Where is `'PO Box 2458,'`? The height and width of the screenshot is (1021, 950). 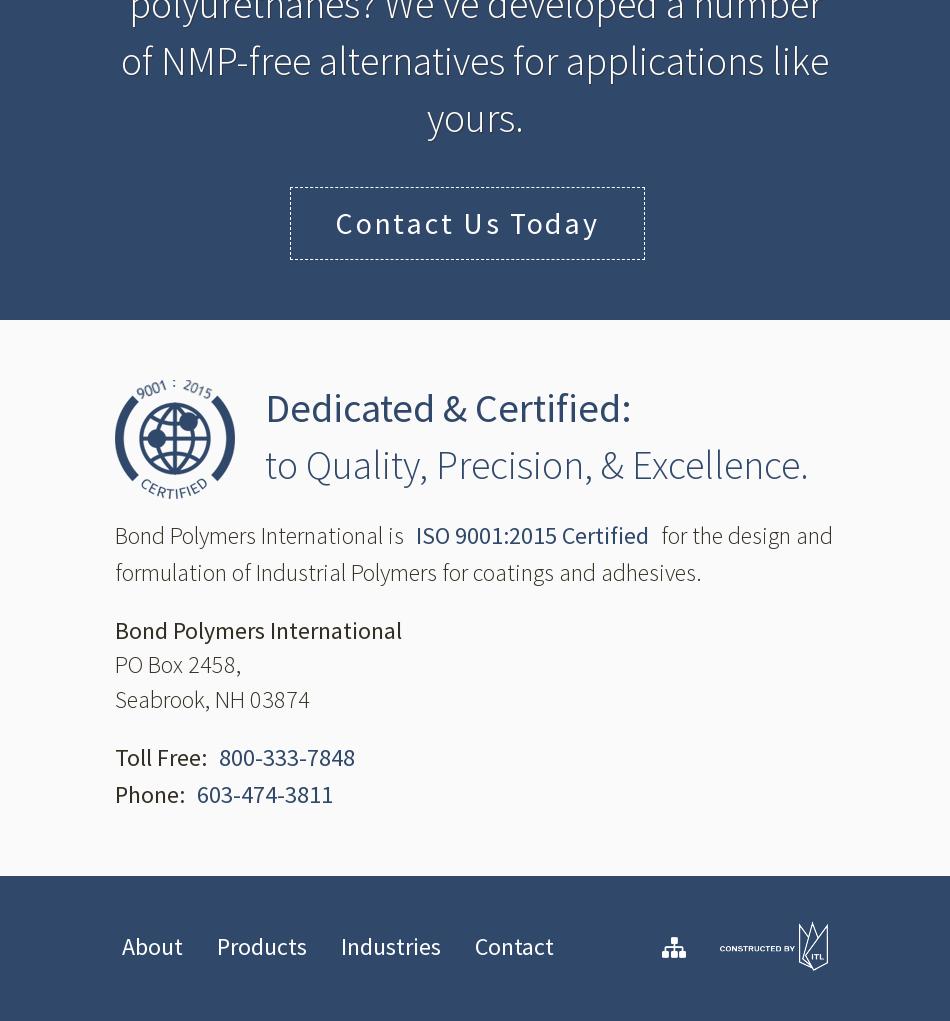
'PO Box 2458,' is located at coordinates (178, 663).